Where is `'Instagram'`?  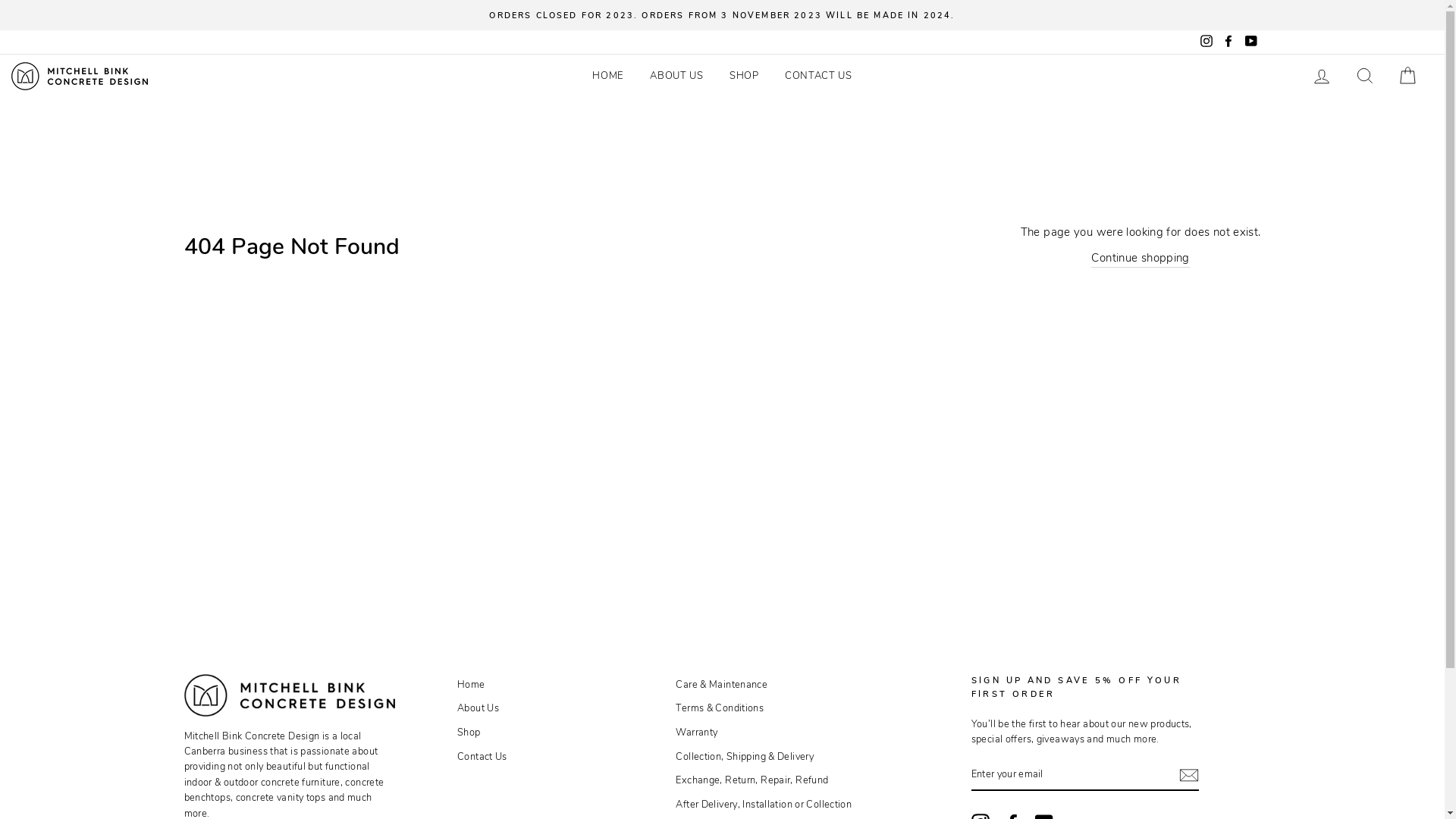
'Instagram' is located at coordinates (1196, 40).